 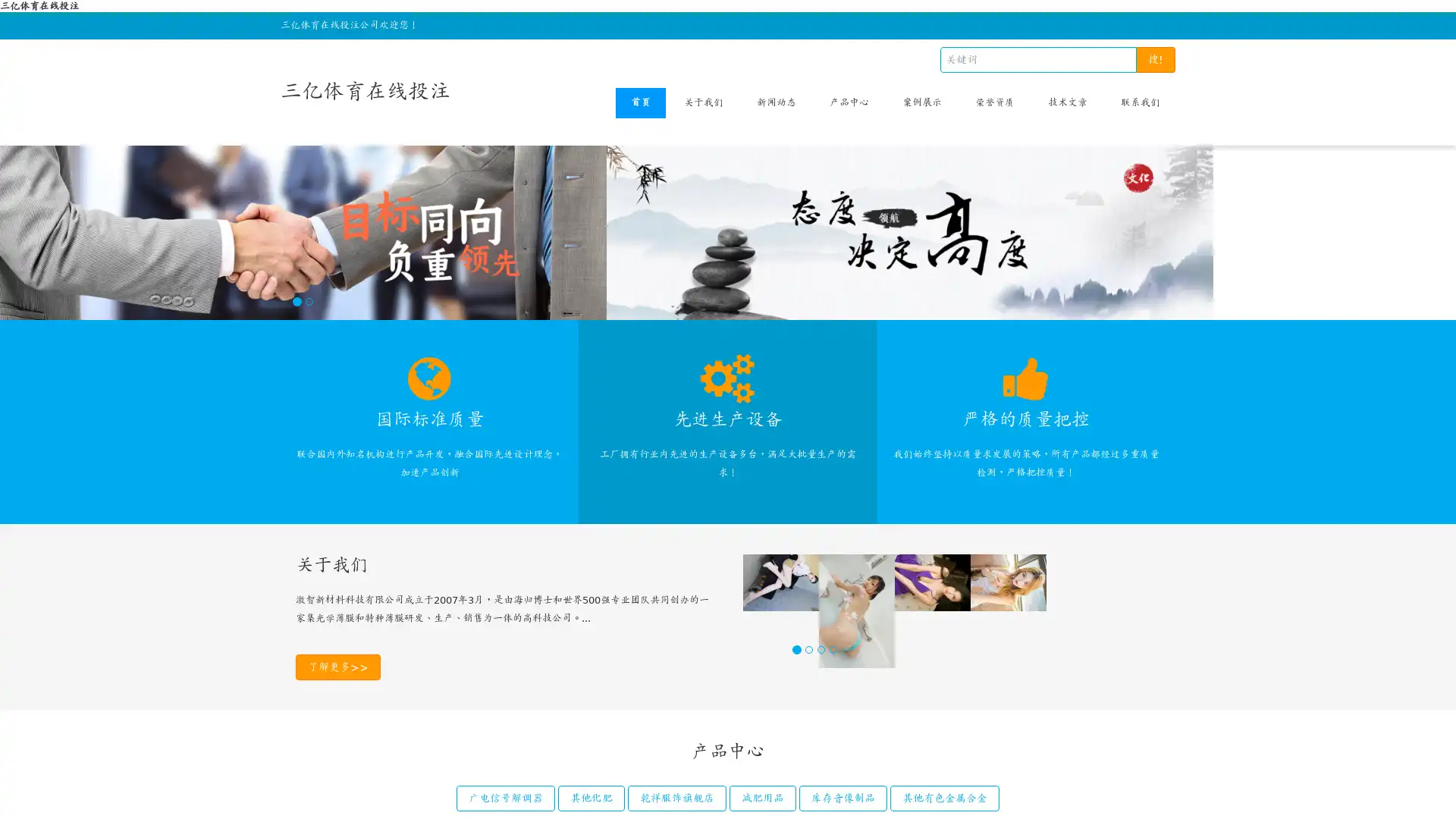 I want to click on !, so click(x=1155, y=58).